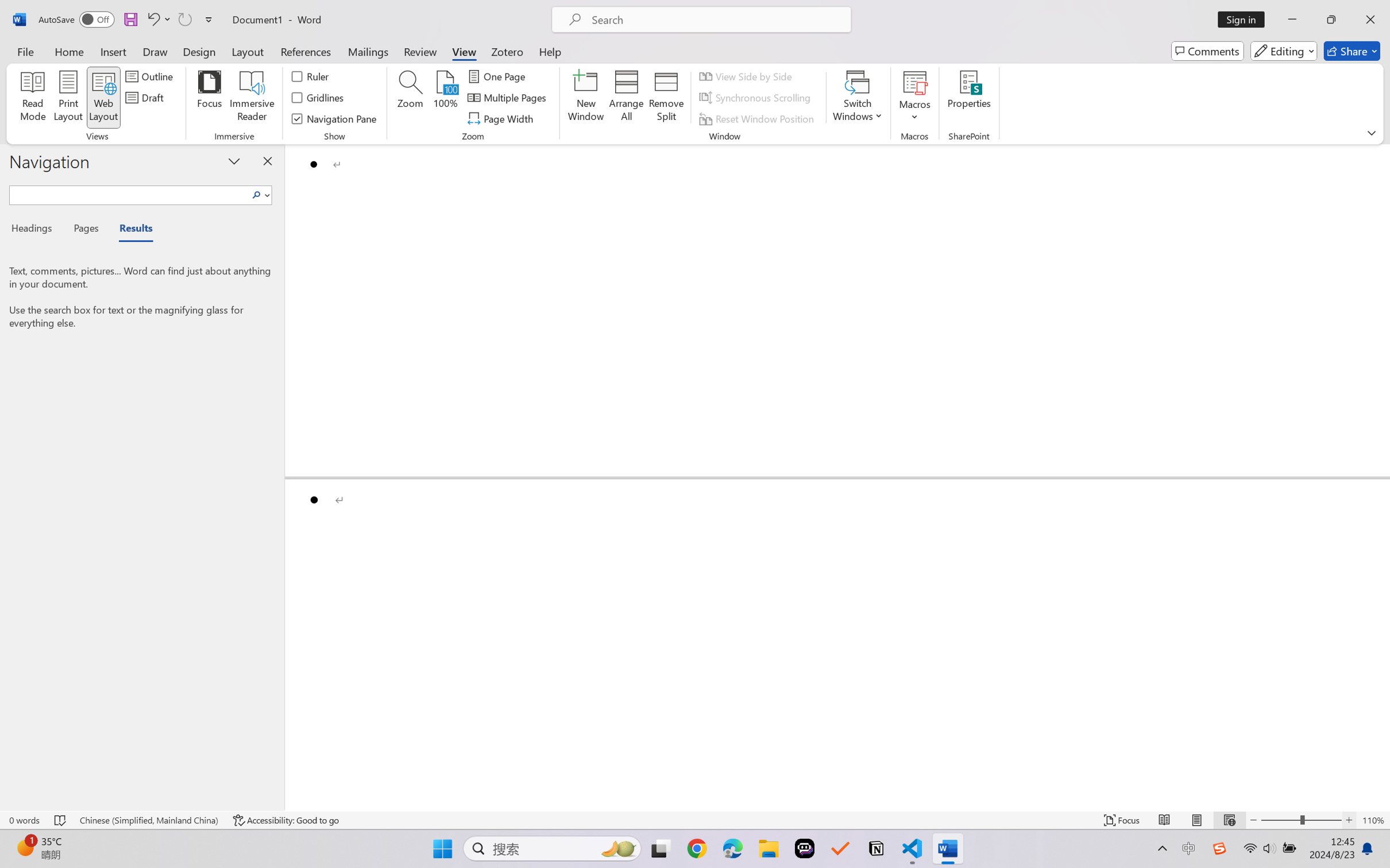 This screenshot has width=1390, height=868. Describe the element at coordinates (157, 19) in the screenshot. I see `'Undo Bullet Default'` at that location.